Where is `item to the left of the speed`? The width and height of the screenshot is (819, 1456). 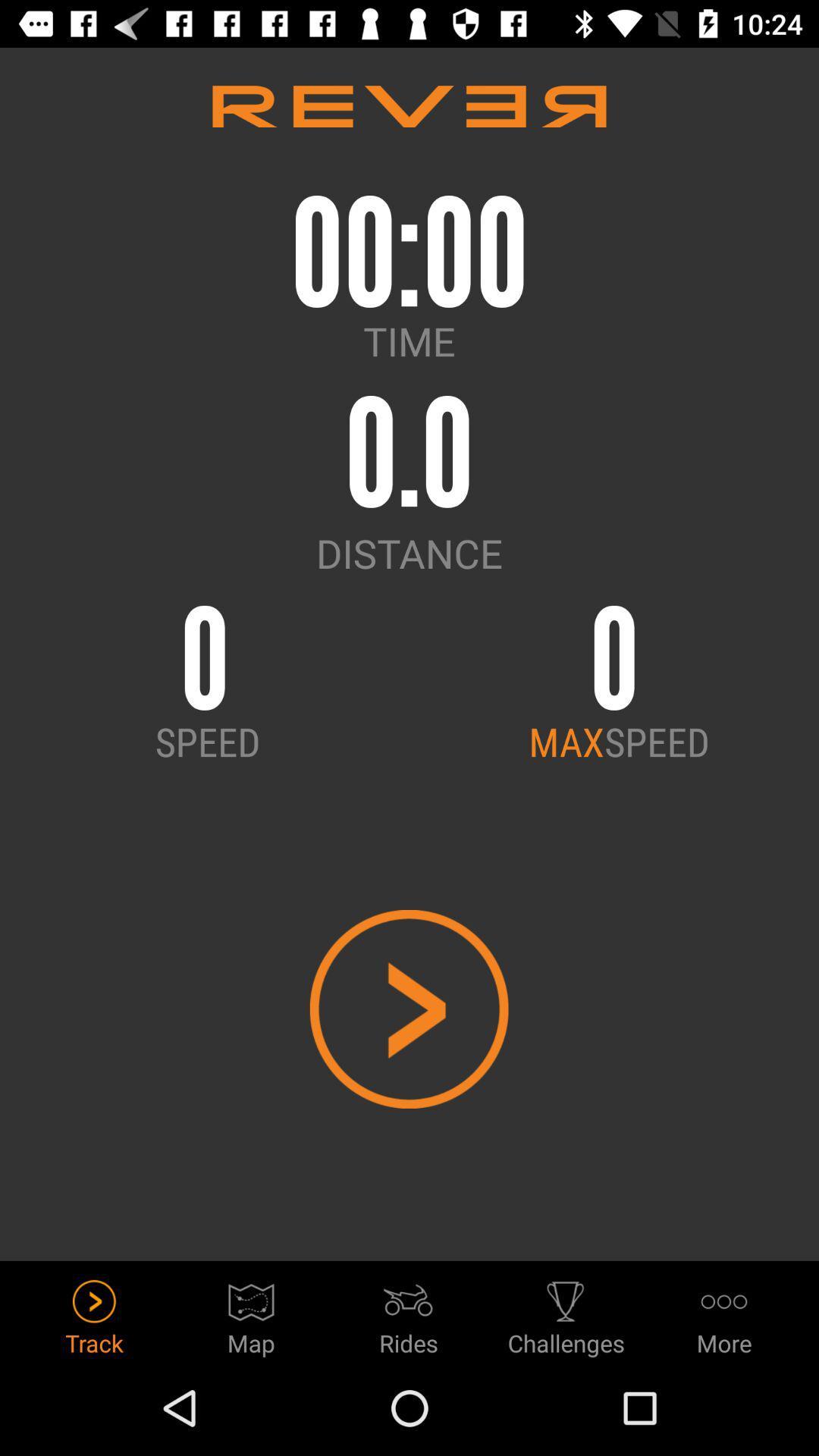 item to the left of the speed is located at coordinates (566, 741).